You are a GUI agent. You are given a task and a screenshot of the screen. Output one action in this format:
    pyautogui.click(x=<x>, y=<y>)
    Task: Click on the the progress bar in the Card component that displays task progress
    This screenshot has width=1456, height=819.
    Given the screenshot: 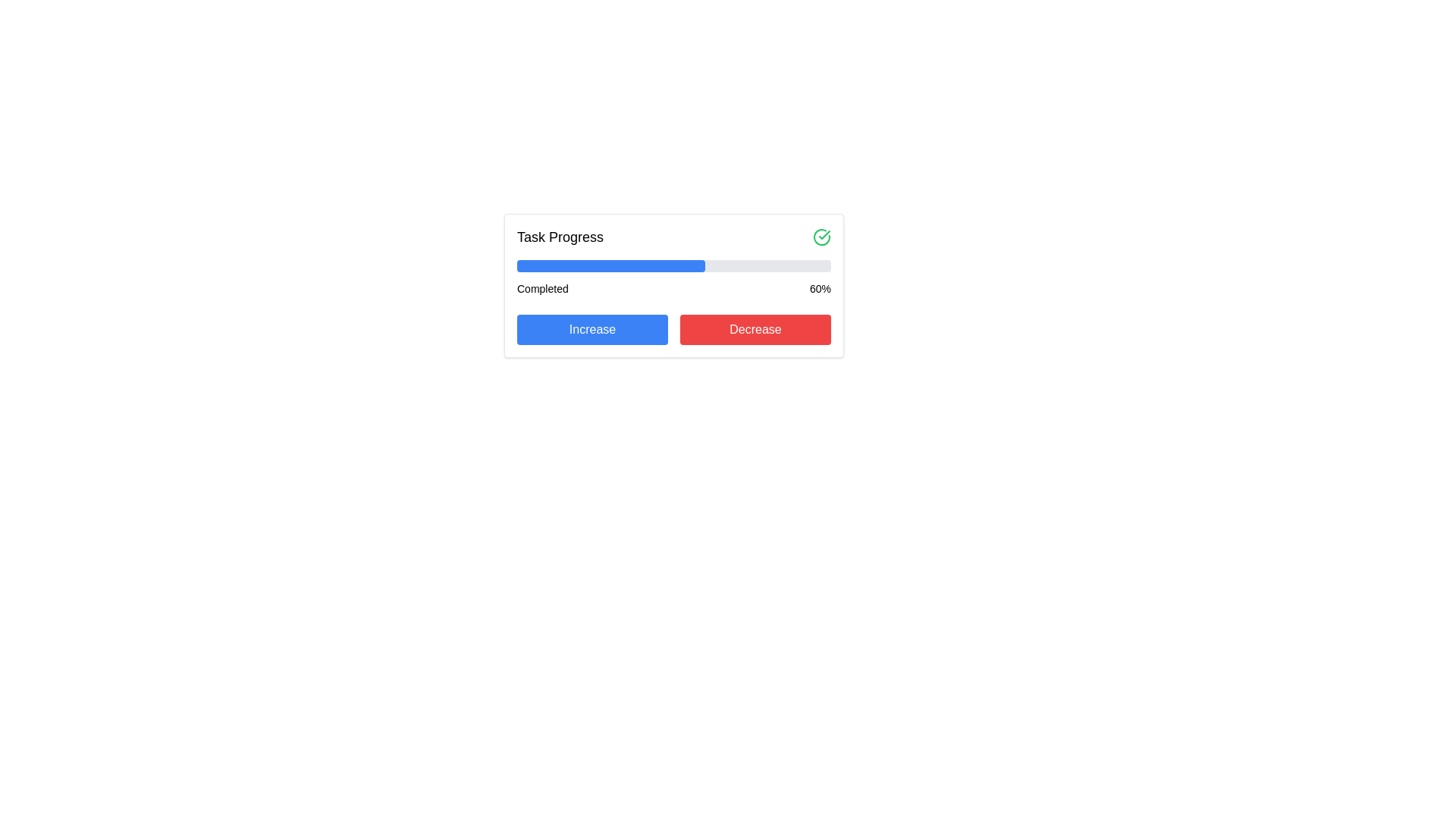 What is the action you would take?
    pyautogui.click(x=673, y=286)
    